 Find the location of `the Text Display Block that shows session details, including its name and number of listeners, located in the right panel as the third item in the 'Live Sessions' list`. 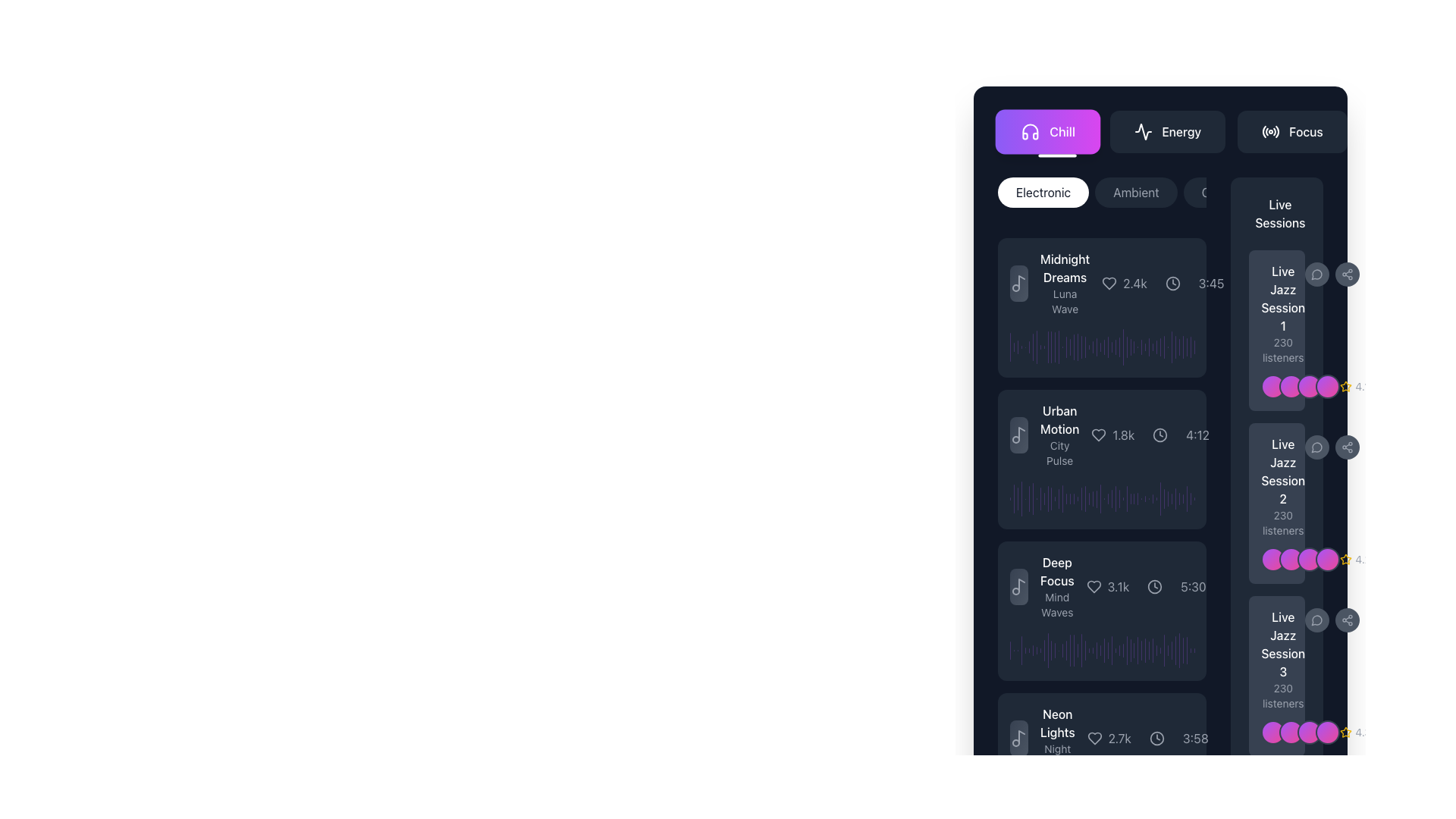

the Text Display Block that shows session details, including its name and number of listeners, located in the right panel as the third item in the 'Live Sessions' list is located at coordinates (1282, 659).